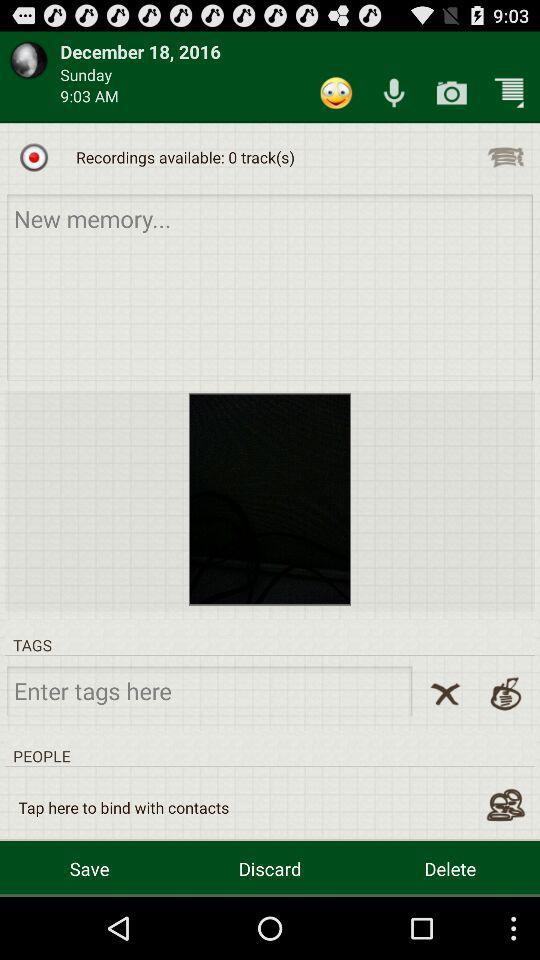  I want to click on the list icon, so click(504, 167).